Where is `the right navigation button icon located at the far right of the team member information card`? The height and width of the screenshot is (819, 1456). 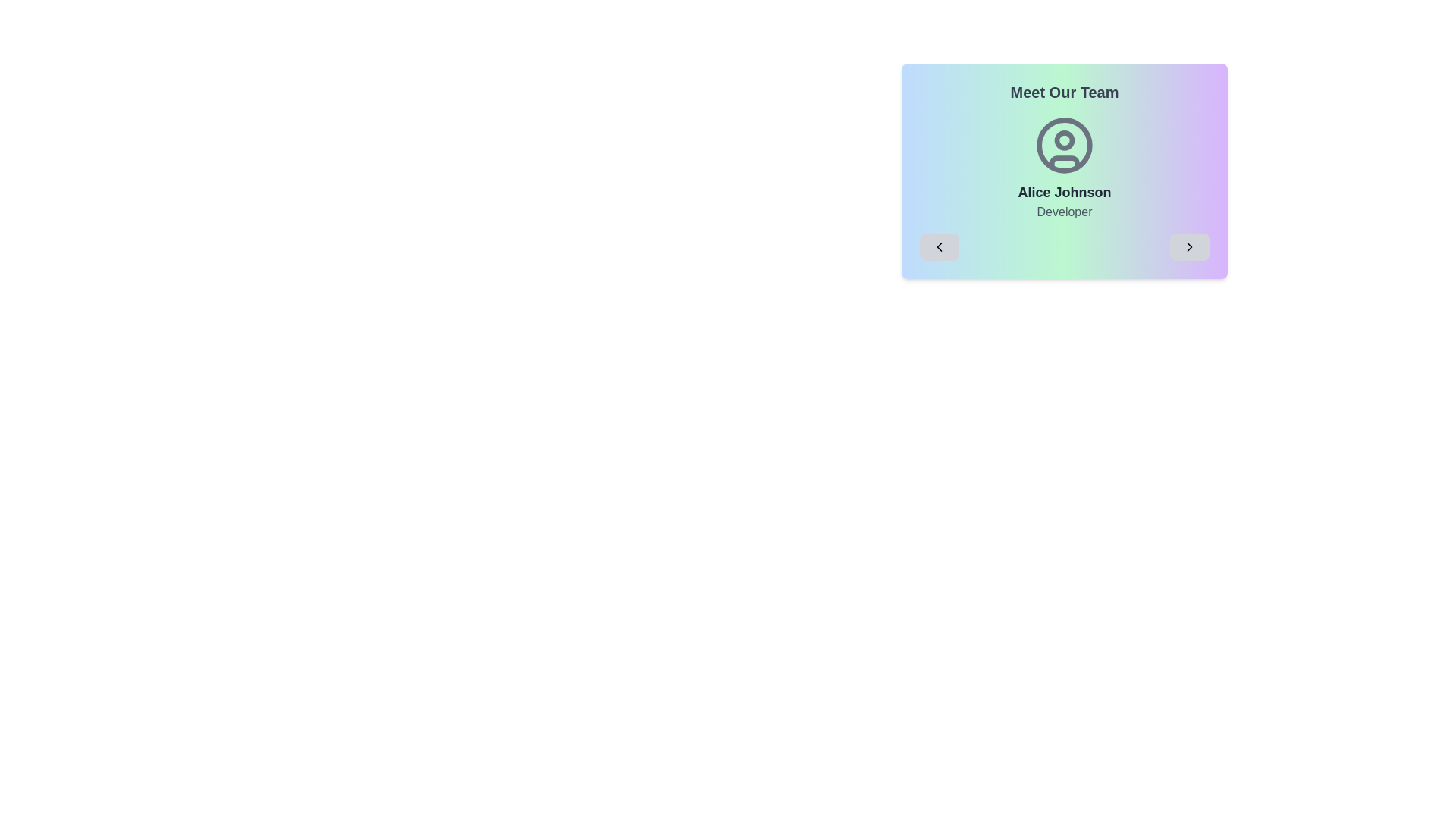
the right navigation button icon located at the far right of the team member information card is located at coordinates (1189, 246).